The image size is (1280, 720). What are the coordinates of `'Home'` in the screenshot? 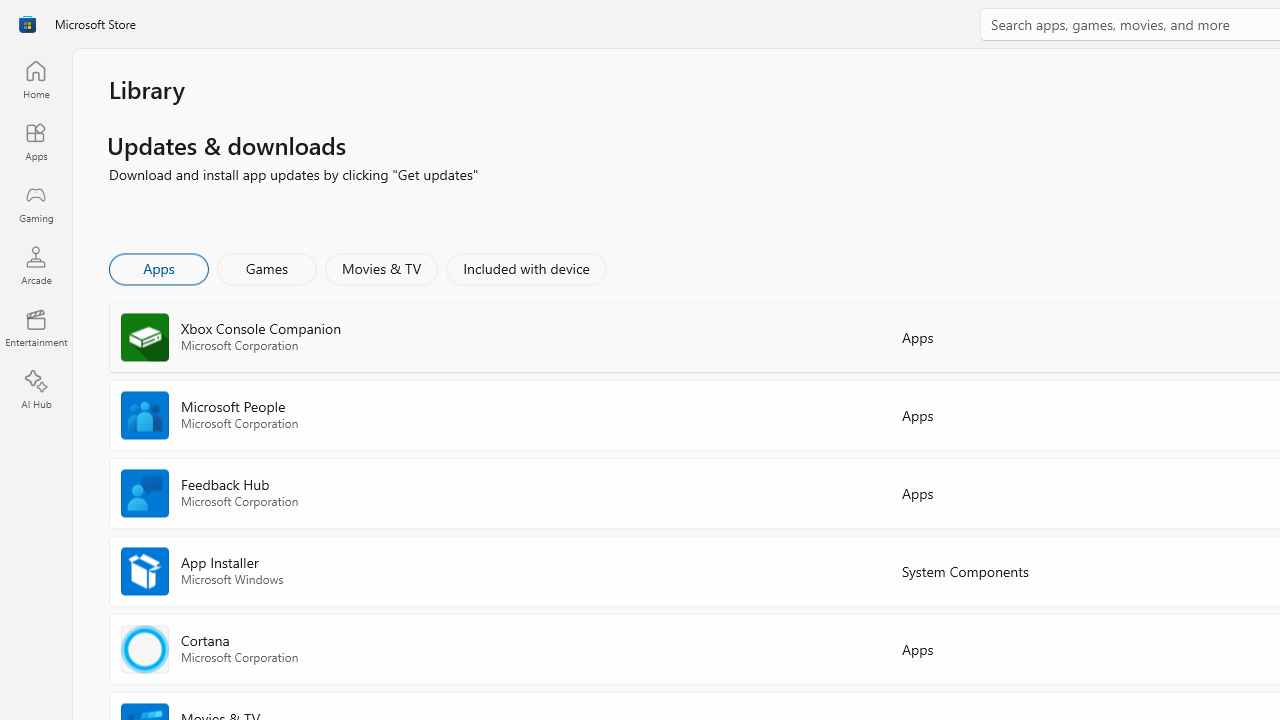 It's located at (35, 78).